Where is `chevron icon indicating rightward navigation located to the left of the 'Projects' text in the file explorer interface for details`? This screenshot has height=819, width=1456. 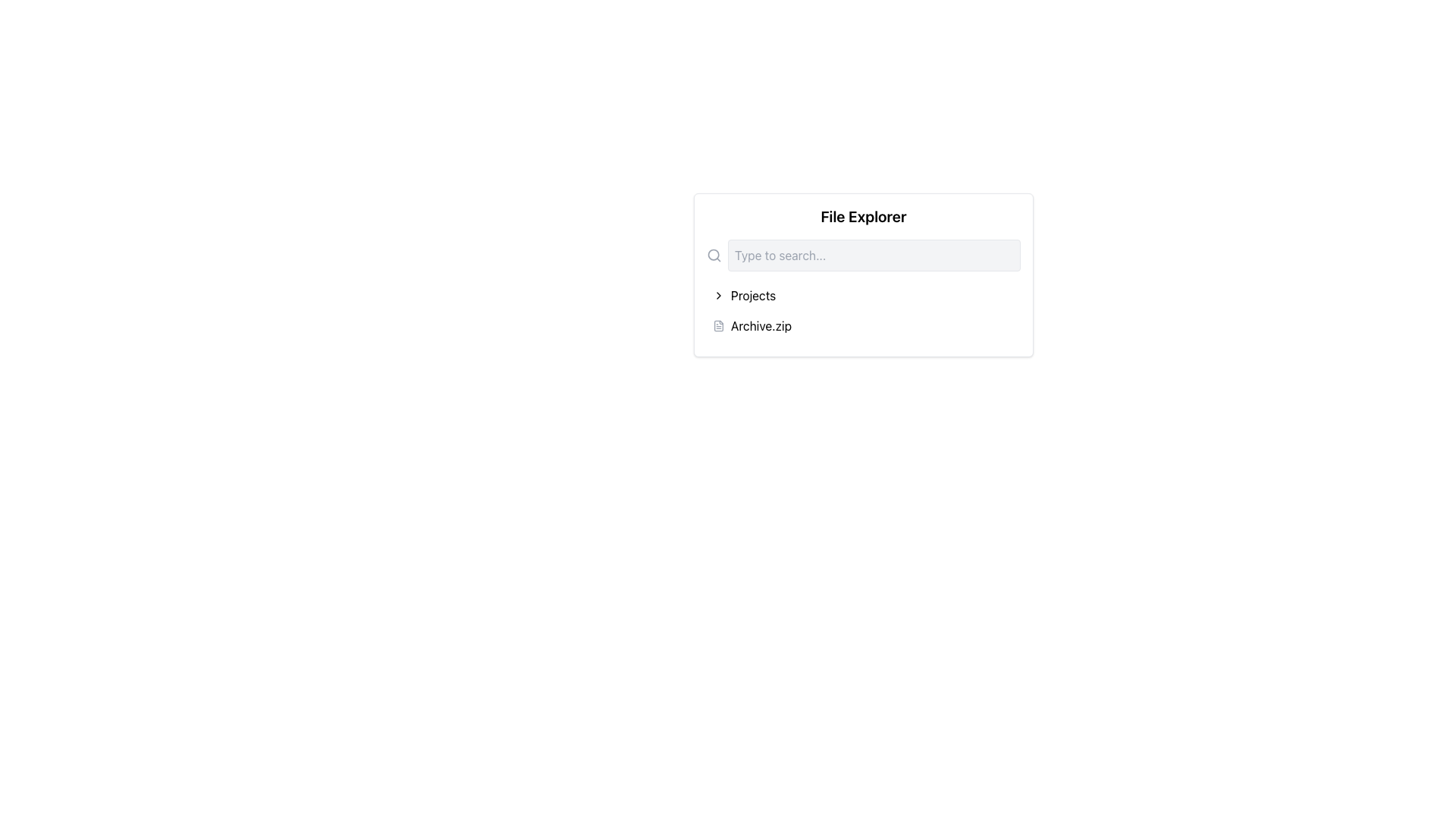 chevron icon indicating rightward navigation located to the left of the 'Projects' text in the file explorer interface for details is located at coordinates (718, 295).